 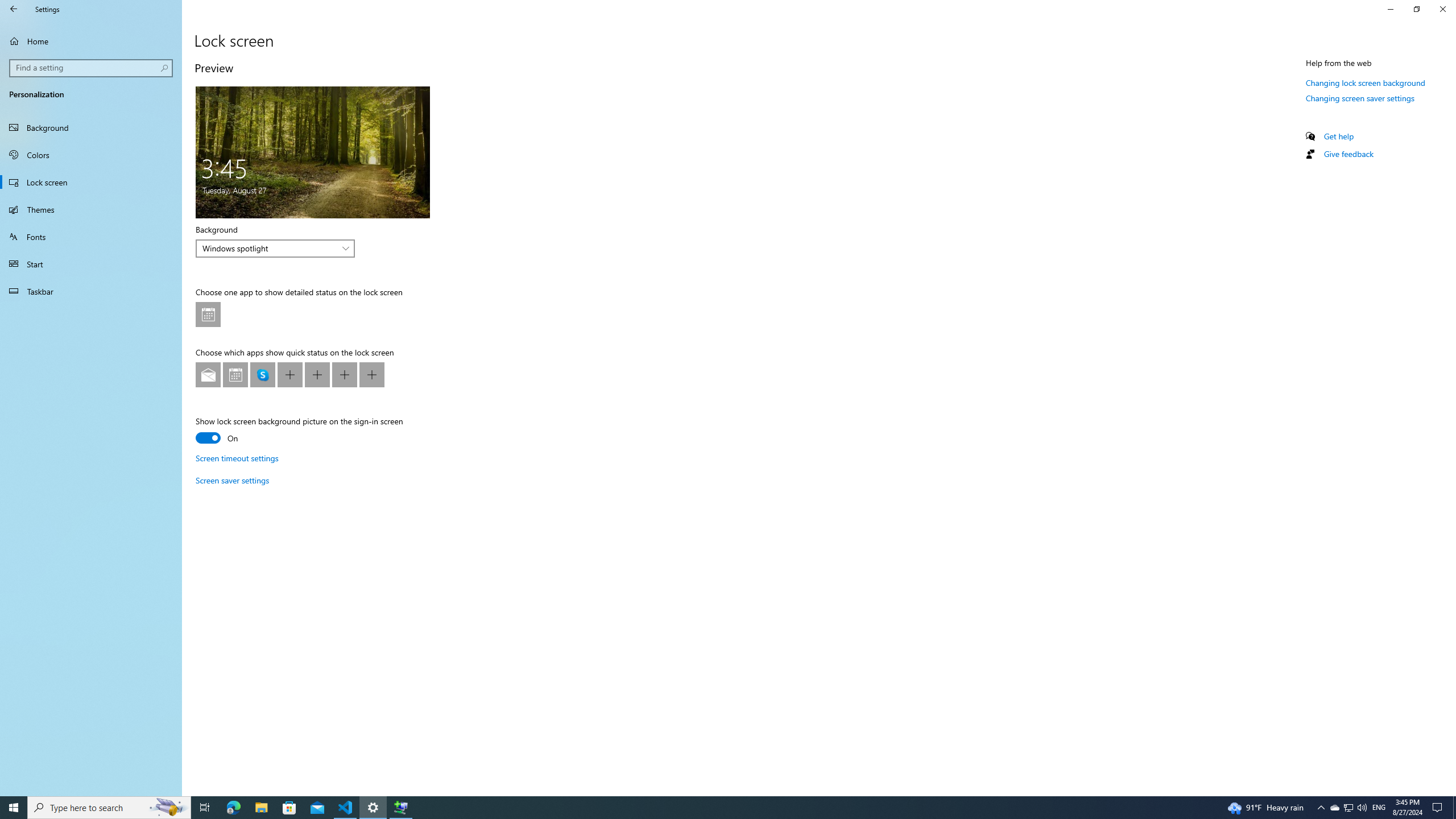 I want to click on 'Search box, Find a setting', so click(x=91, y=67).